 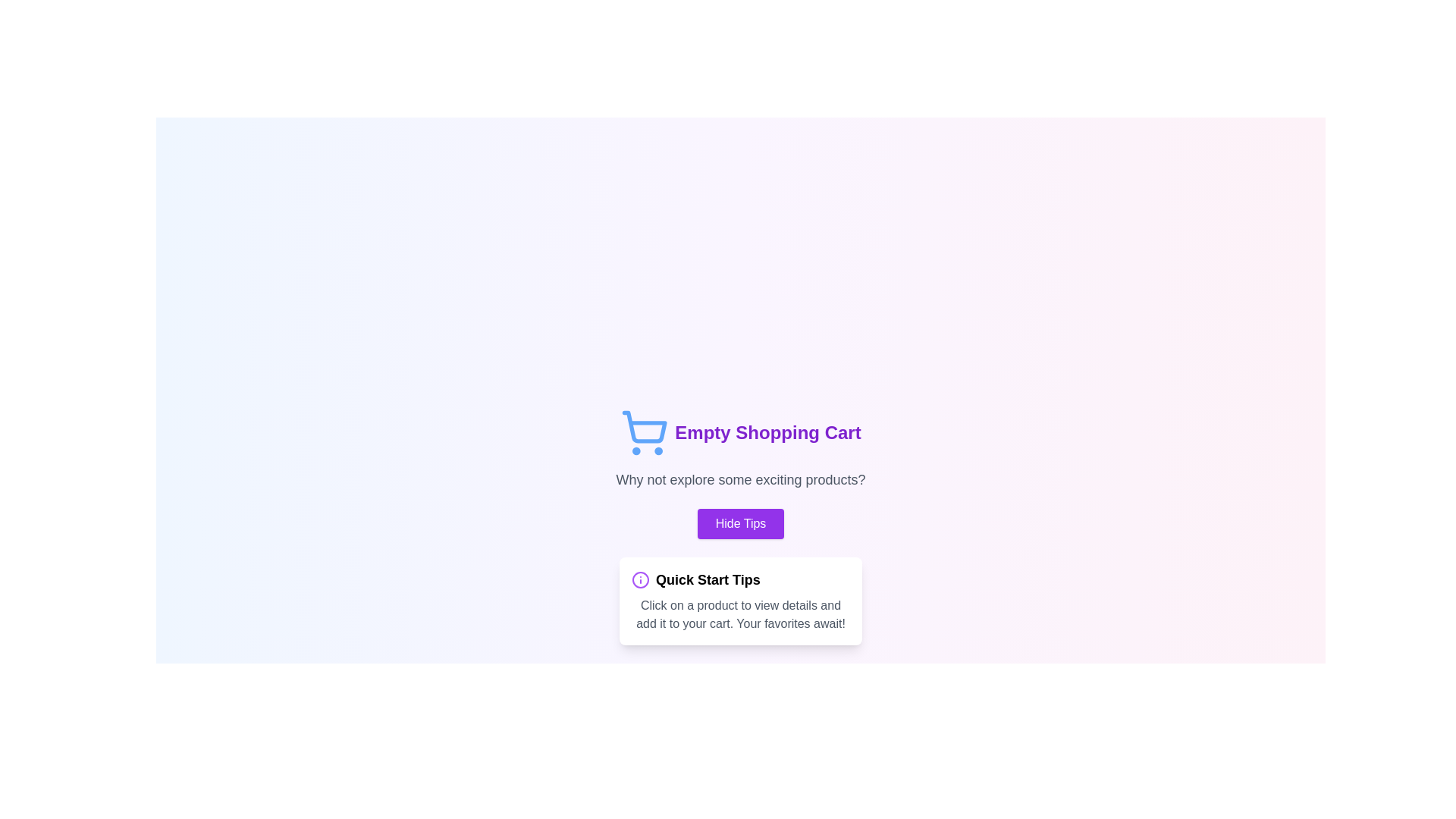 I want to click on the informational text element located below the 'Empty Shopping Cart' heading and above the 'Hide Tips' button, so click(x=740, y=479).